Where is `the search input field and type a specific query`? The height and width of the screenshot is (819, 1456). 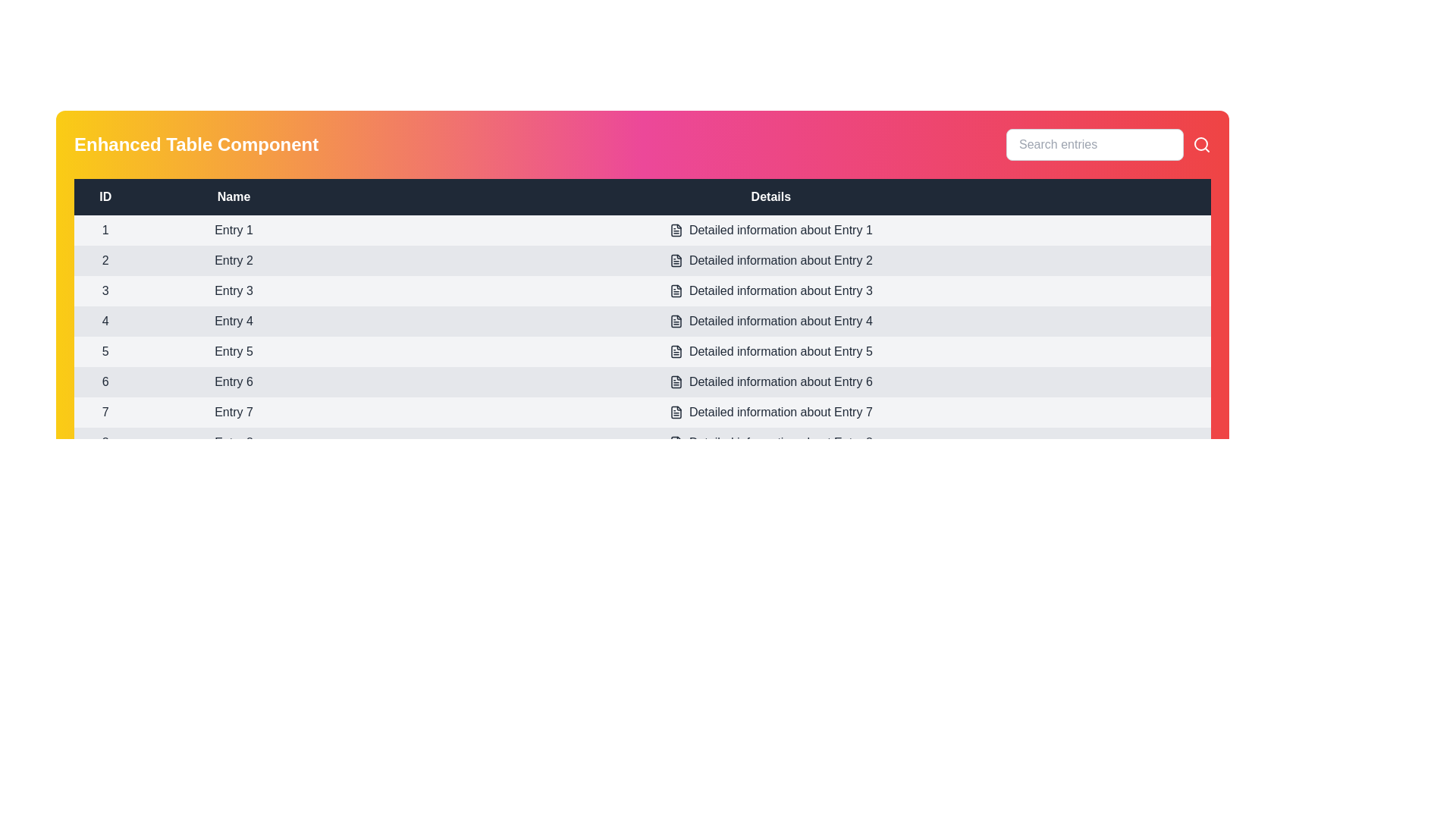 the search input field and type a specific query is located at coordinates (1095, 145).